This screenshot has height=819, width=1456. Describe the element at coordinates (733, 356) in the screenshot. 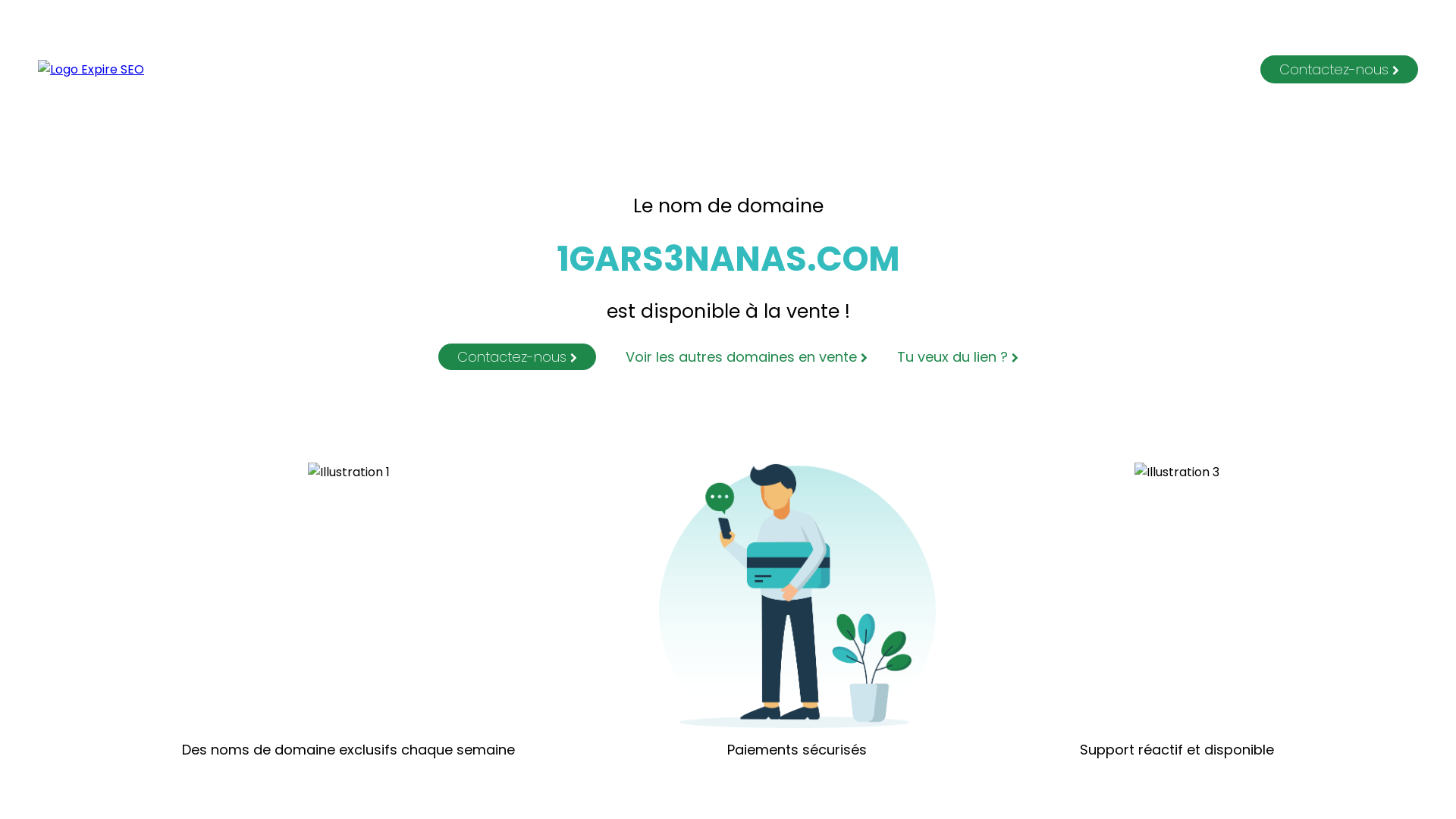

I see `'Voir les autres domaines en vente'` at that location.